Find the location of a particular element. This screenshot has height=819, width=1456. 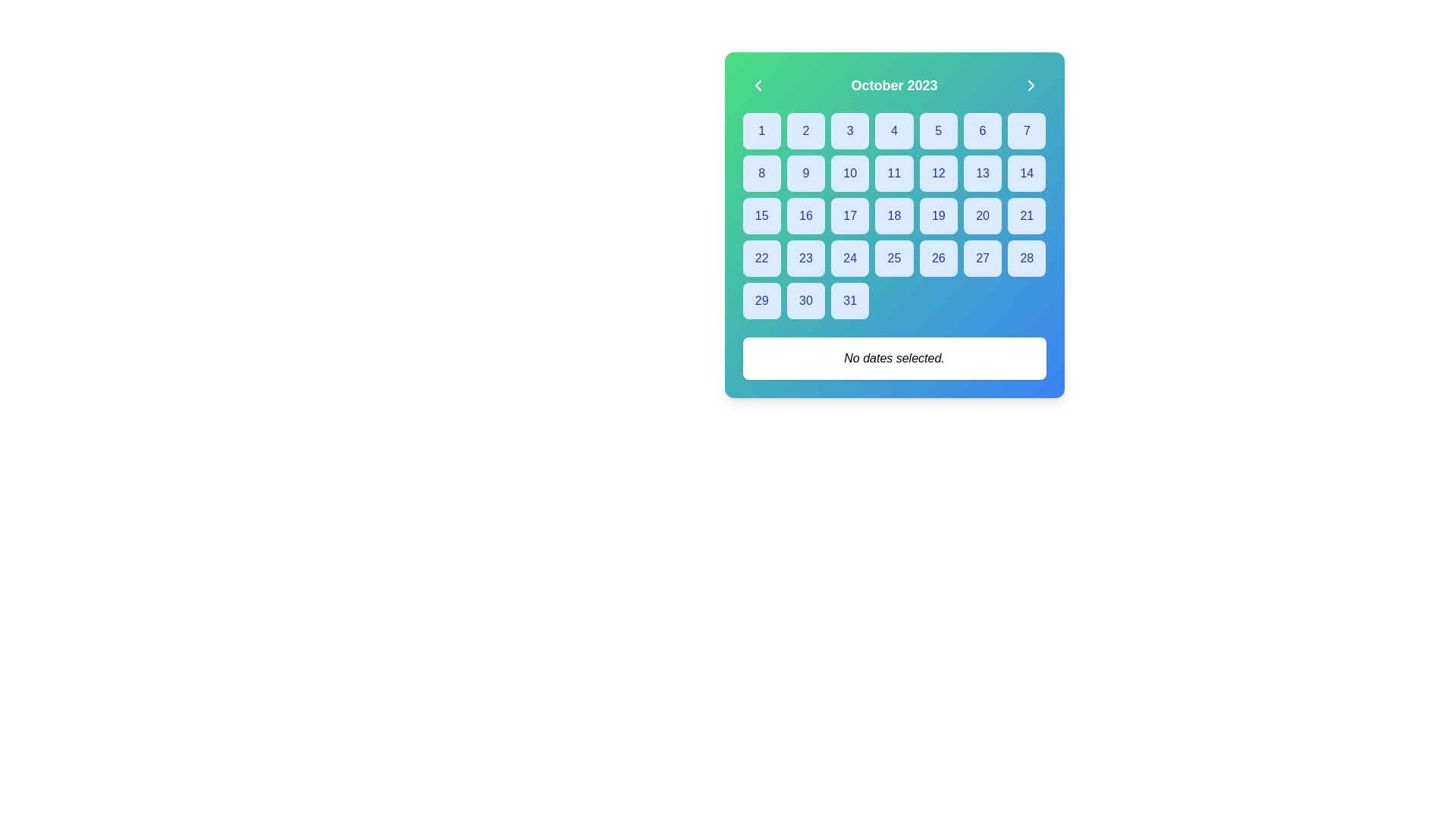

the button labeled '22' located in the fourth row and first column of the October 2023 calendar grid is located at coordinates (761, 257).